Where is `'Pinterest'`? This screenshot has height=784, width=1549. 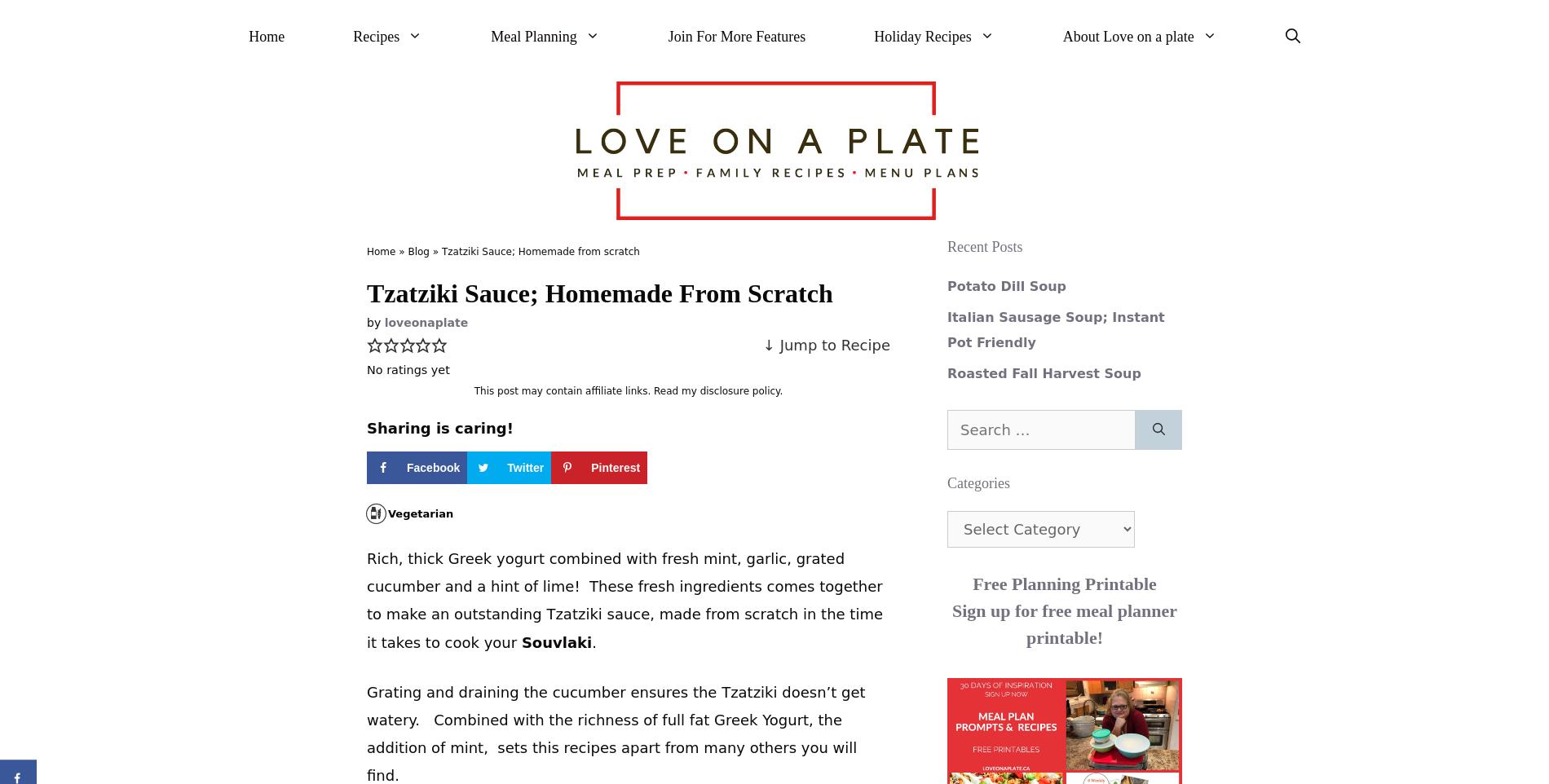 'Pinterest' is located at coordinates (590, 466).